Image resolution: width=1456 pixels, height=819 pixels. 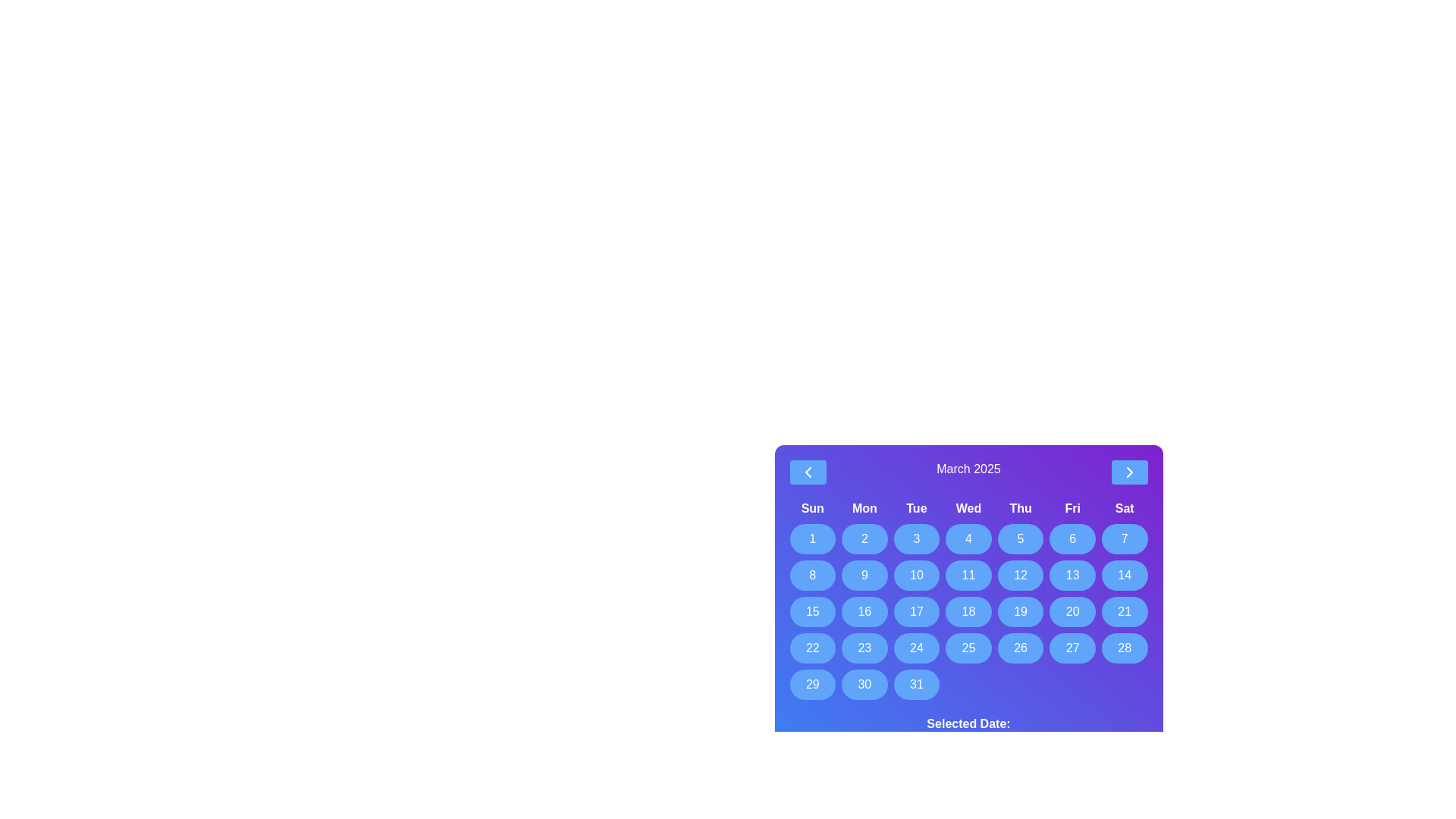 What do you see at coordinates (811, 538) in the screenshot?
I see `the first day button in the calendar grid under the 'Sun' header` at bounding box center [811, 538].